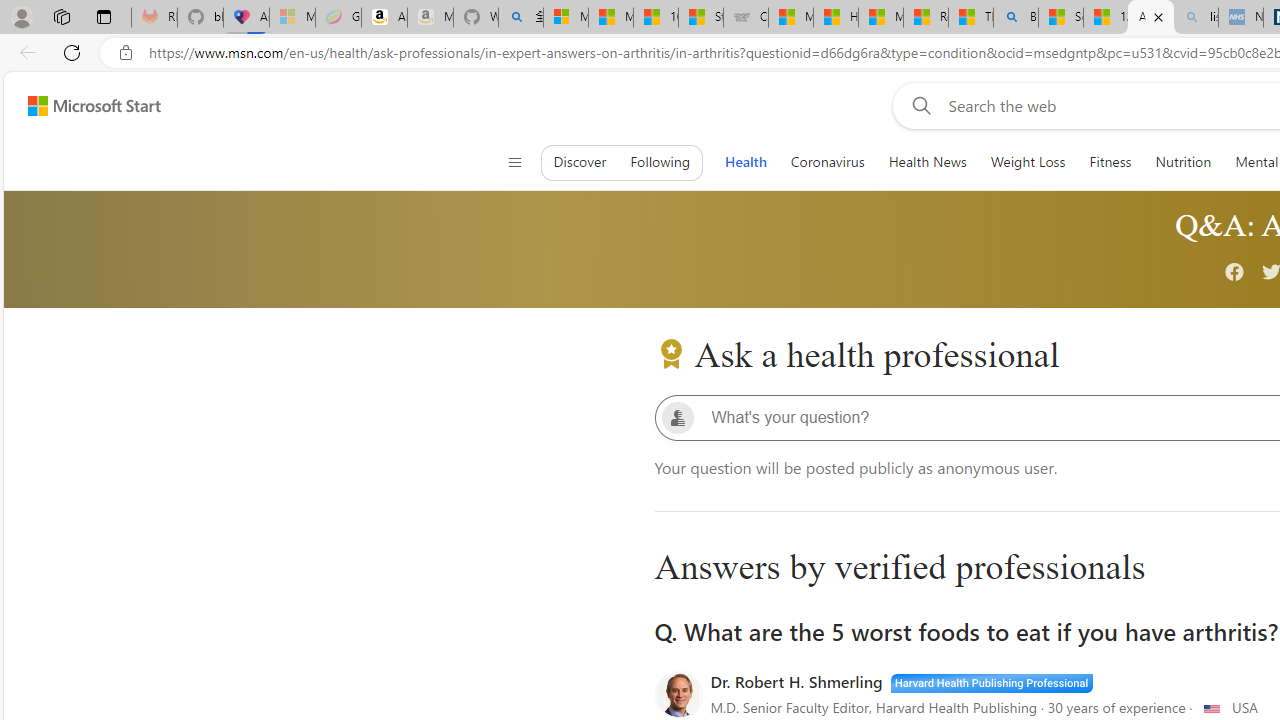 Image resolution: width=1280 pixels, height=720 pixels. Describe the element at coordinates (991, 680) in the screenshot. I see `'Harvard health publishing professional'` at that location.